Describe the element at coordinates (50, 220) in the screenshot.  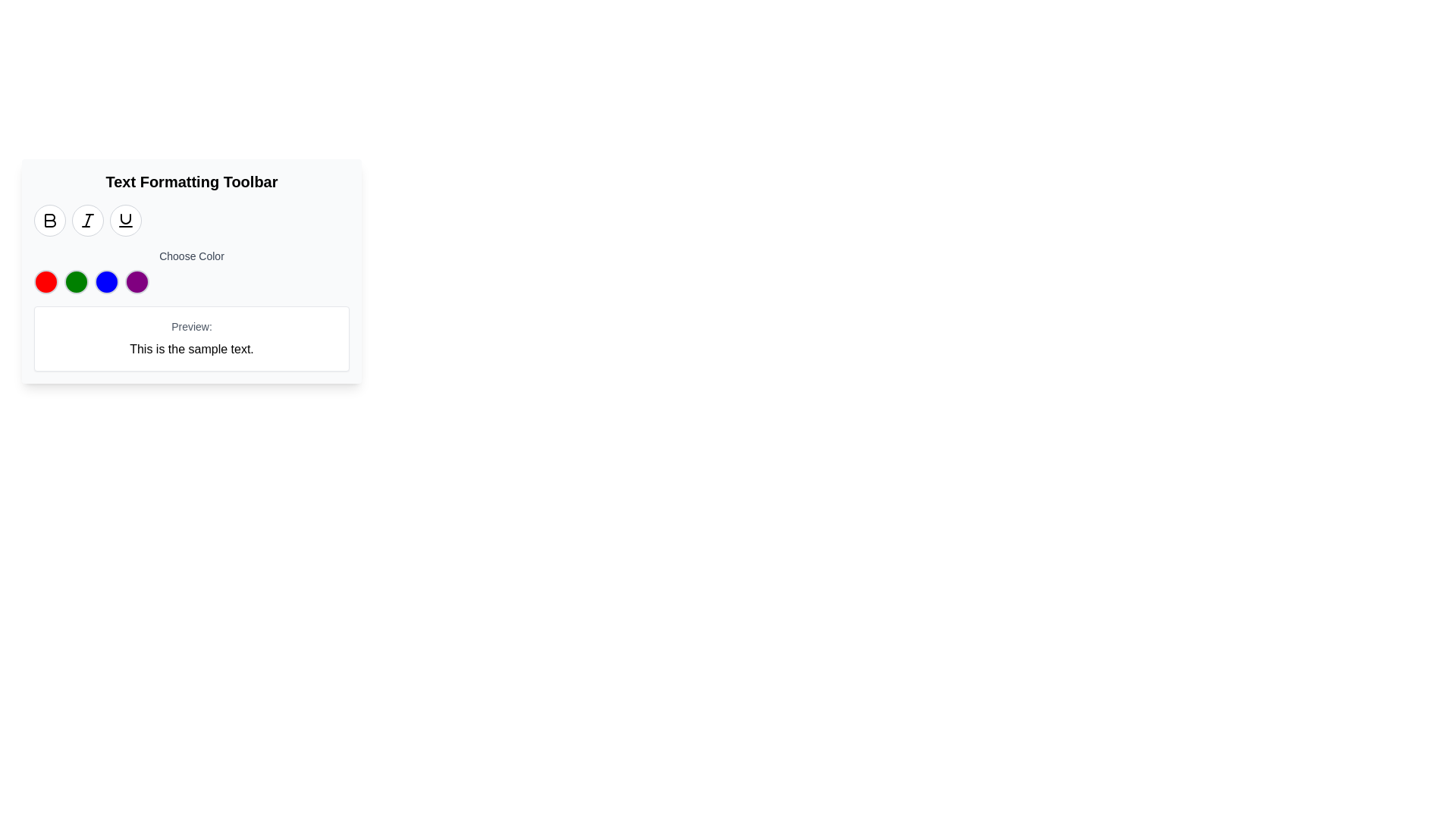
I see `the bold formatting button, represented by the letter 'B' in a circular design` at that location.